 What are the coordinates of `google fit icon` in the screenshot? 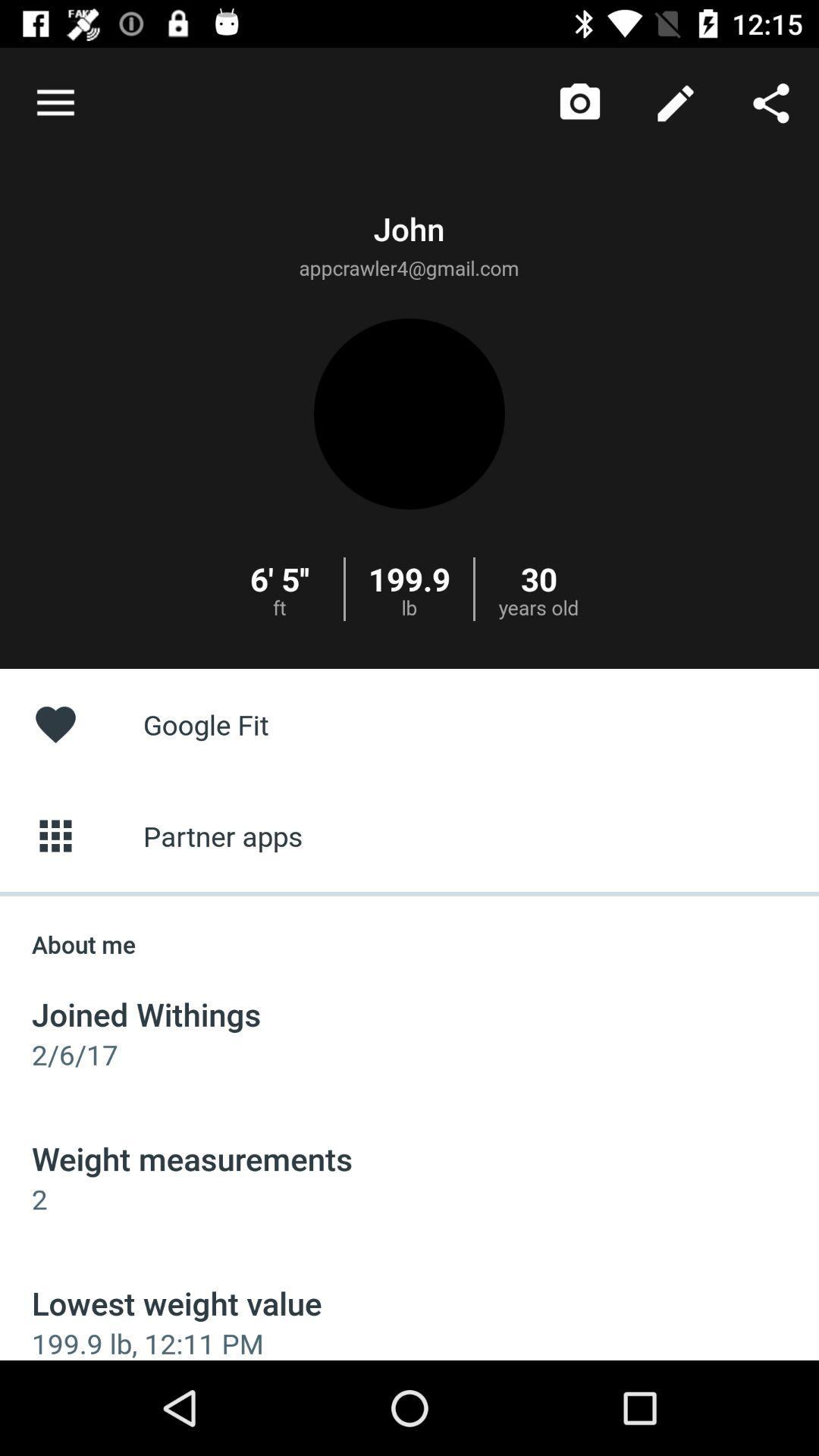 It's located at (409, 723).